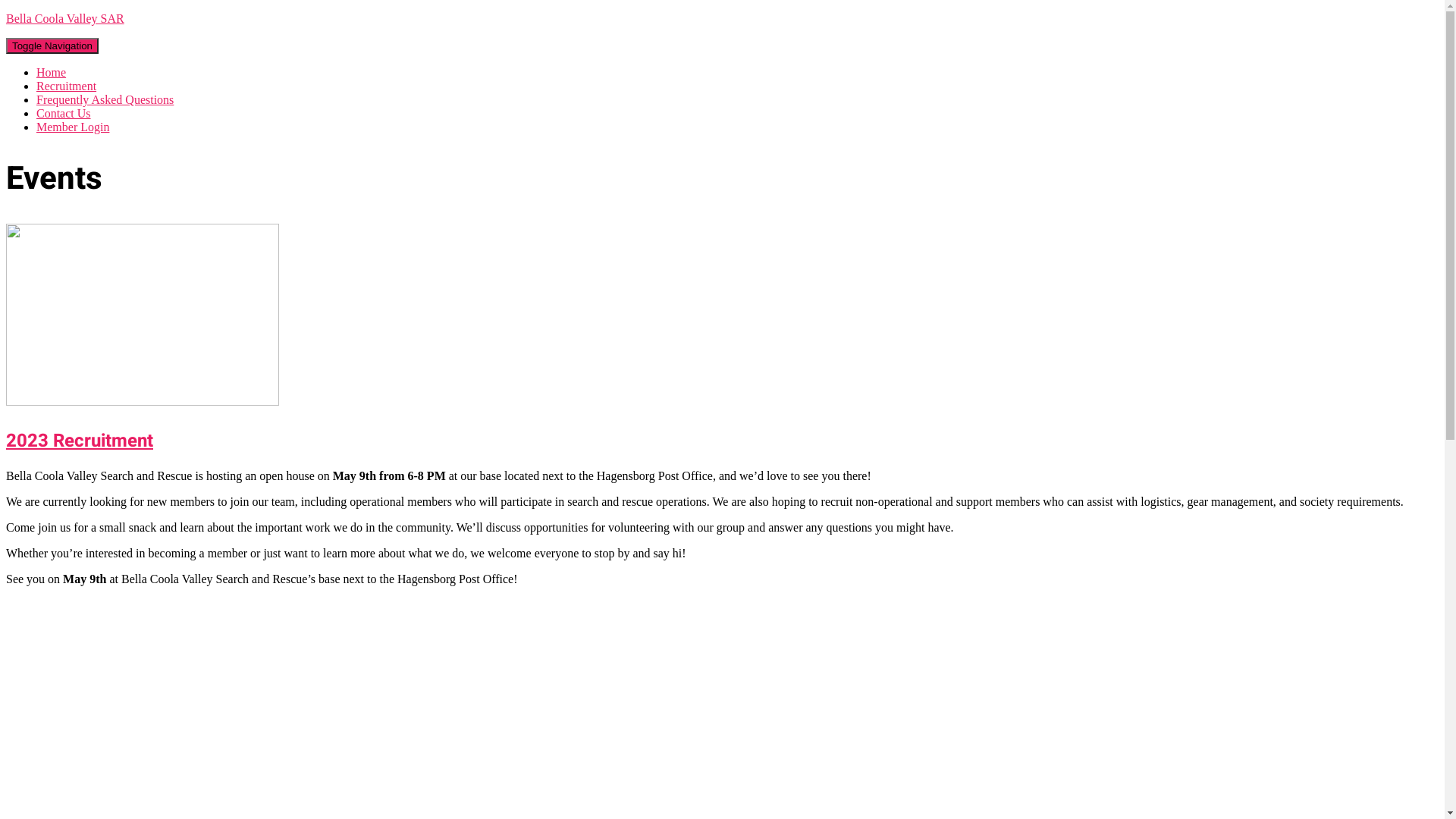  Describe the element at coordinates (721, 18) in the screenshot. I see `'Bella Coola Valley SAR'` at that location.